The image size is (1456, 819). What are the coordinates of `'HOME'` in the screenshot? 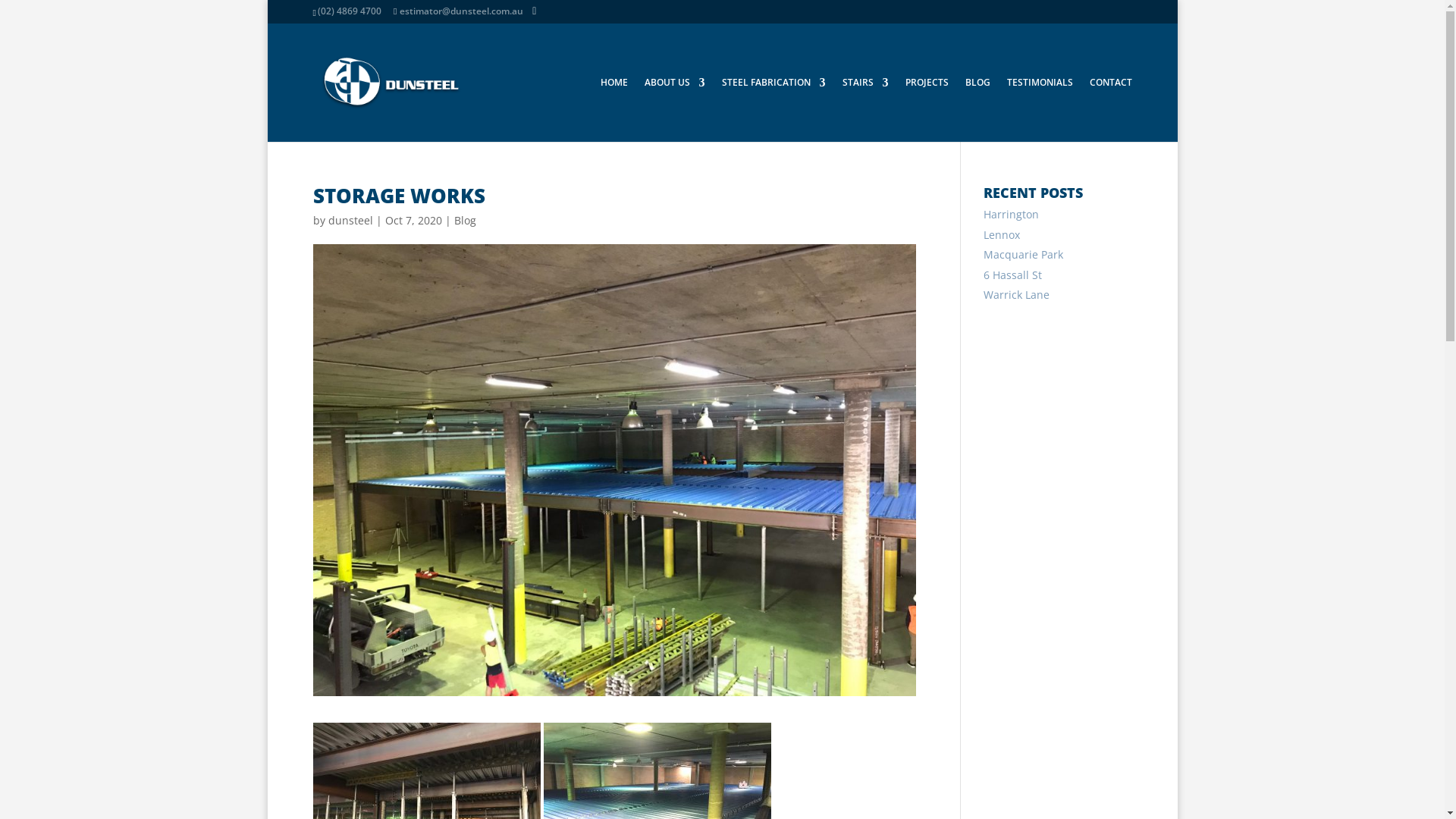 It's located at (614, 108).